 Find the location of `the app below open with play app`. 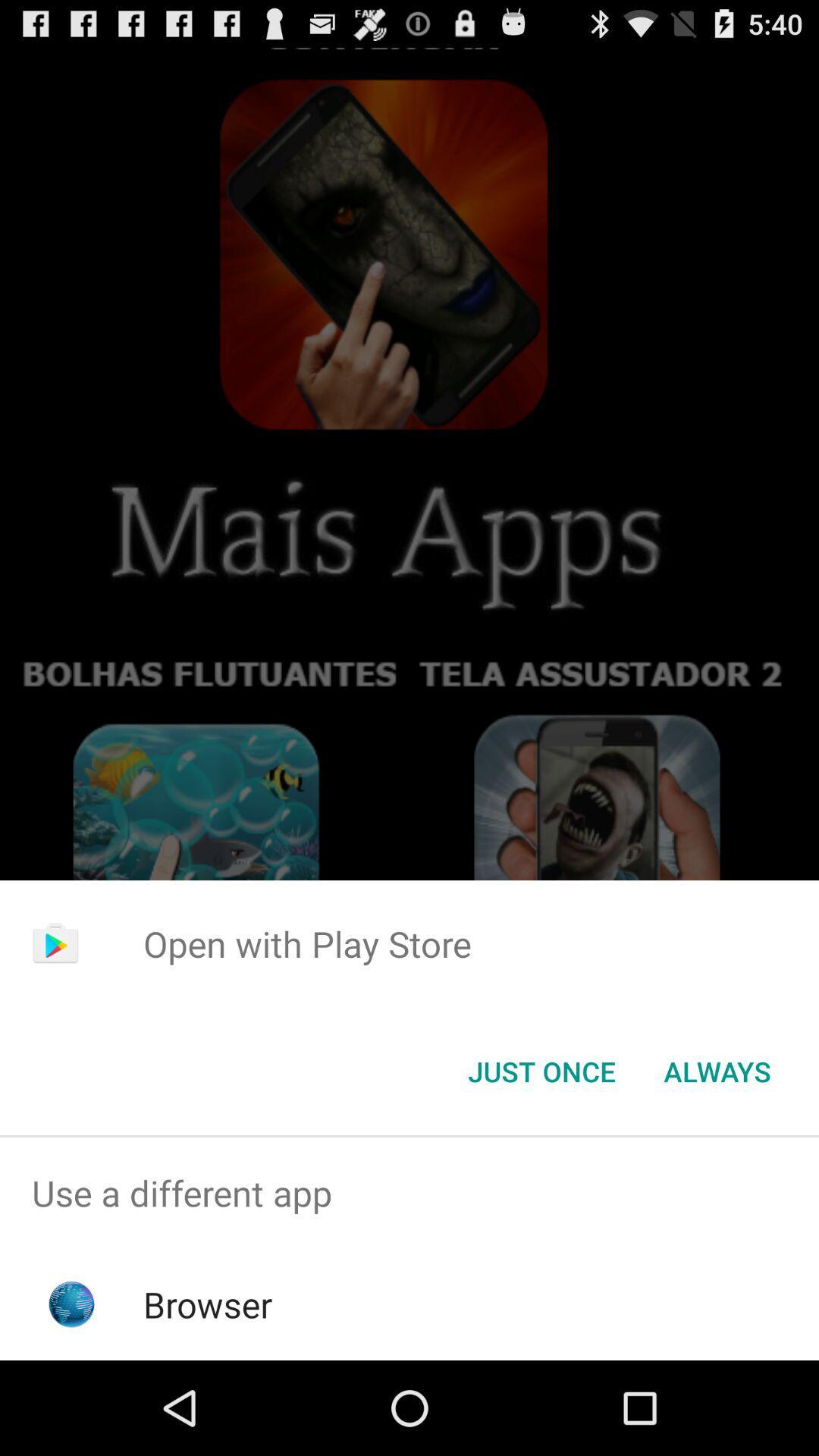

the app below open with play app is located at coordinates (717, 1070).